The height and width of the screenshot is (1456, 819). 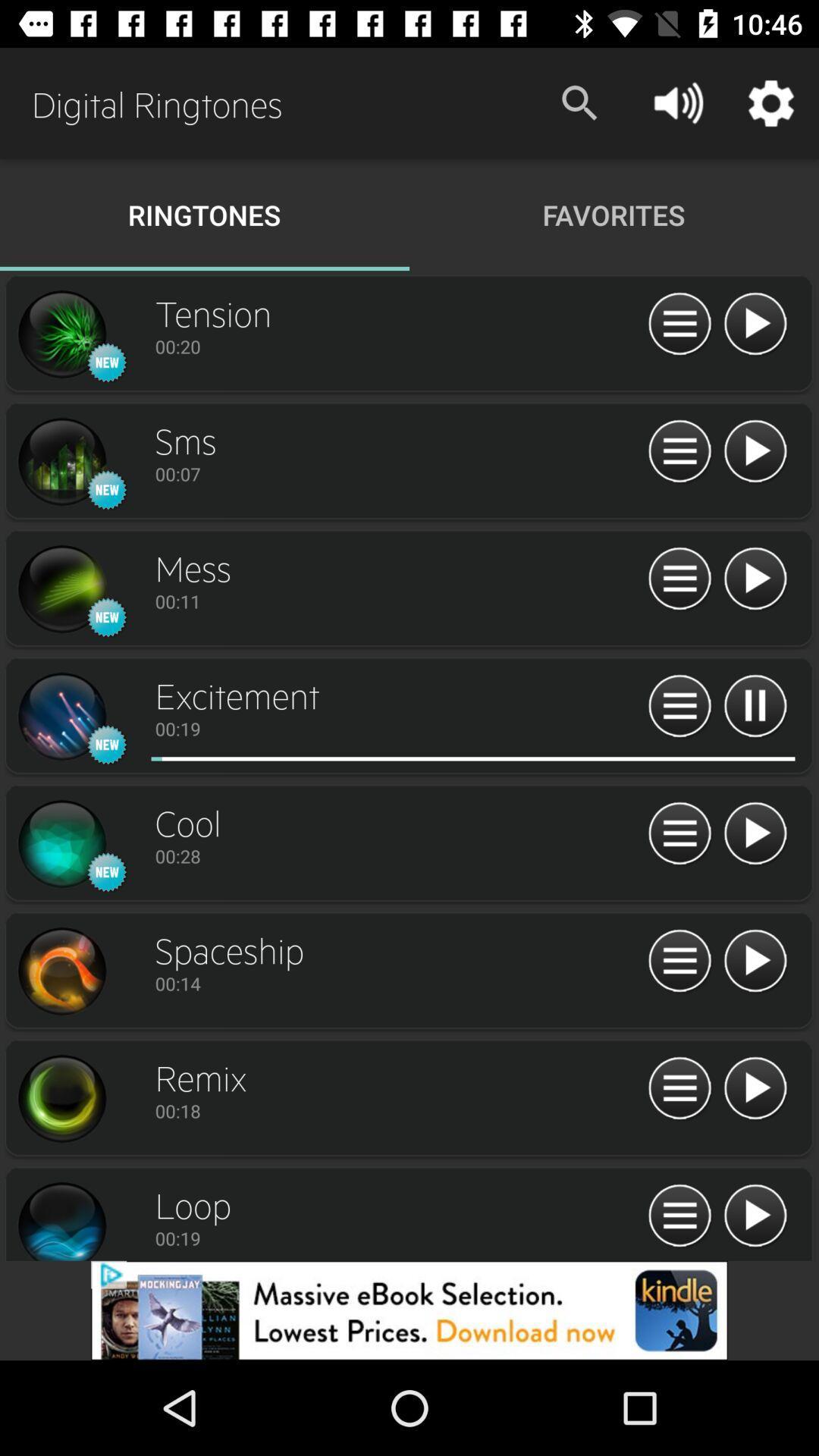 What do you see at coordinates (755, 833) in the screenshot?
I see `ringtone` at bounding box center [755, 833].